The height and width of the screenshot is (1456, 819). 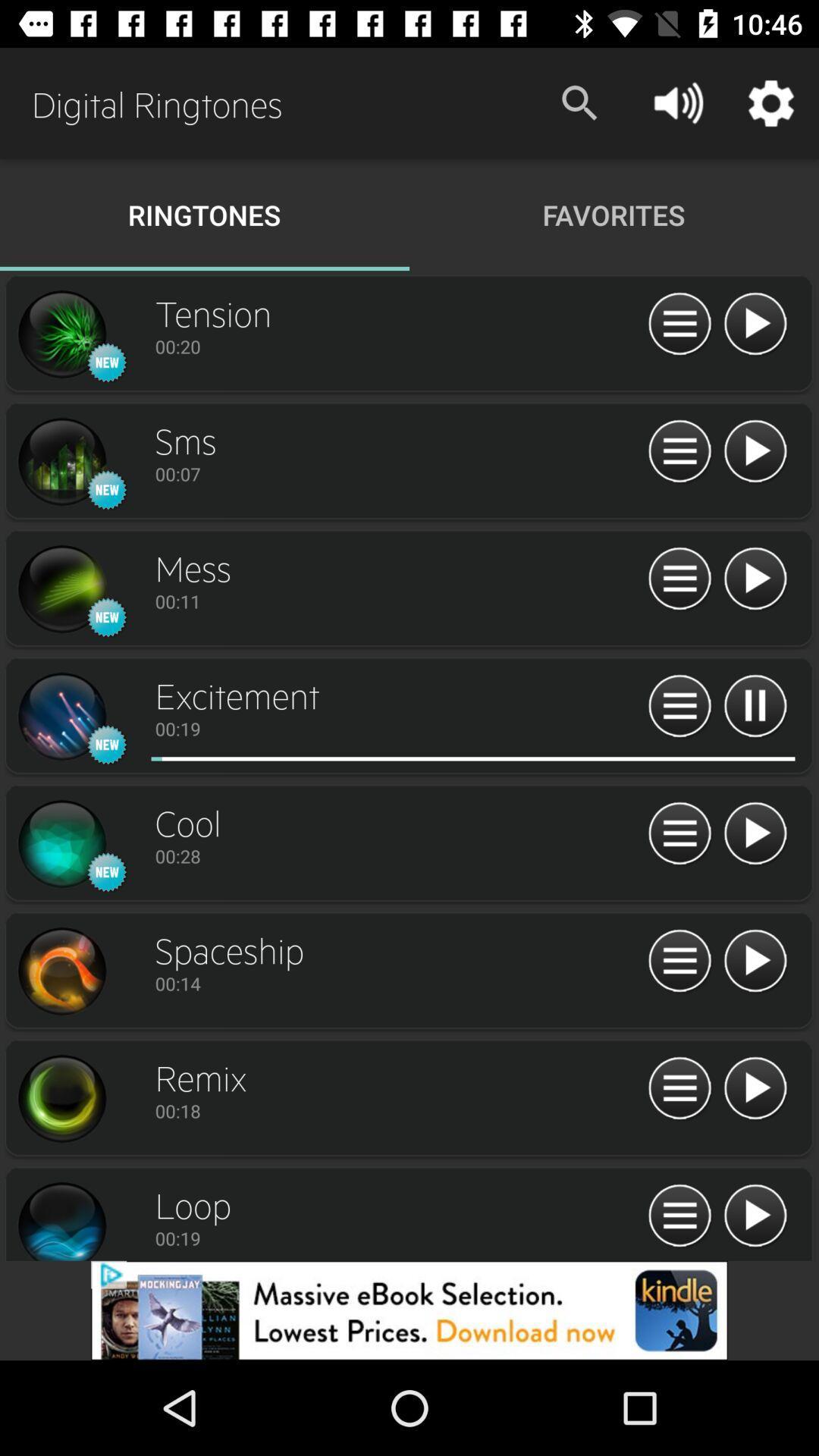 What do you see at coordinates (755, 833) in the screenshot?
I see `ringtone` at bounding box center [755, 833].